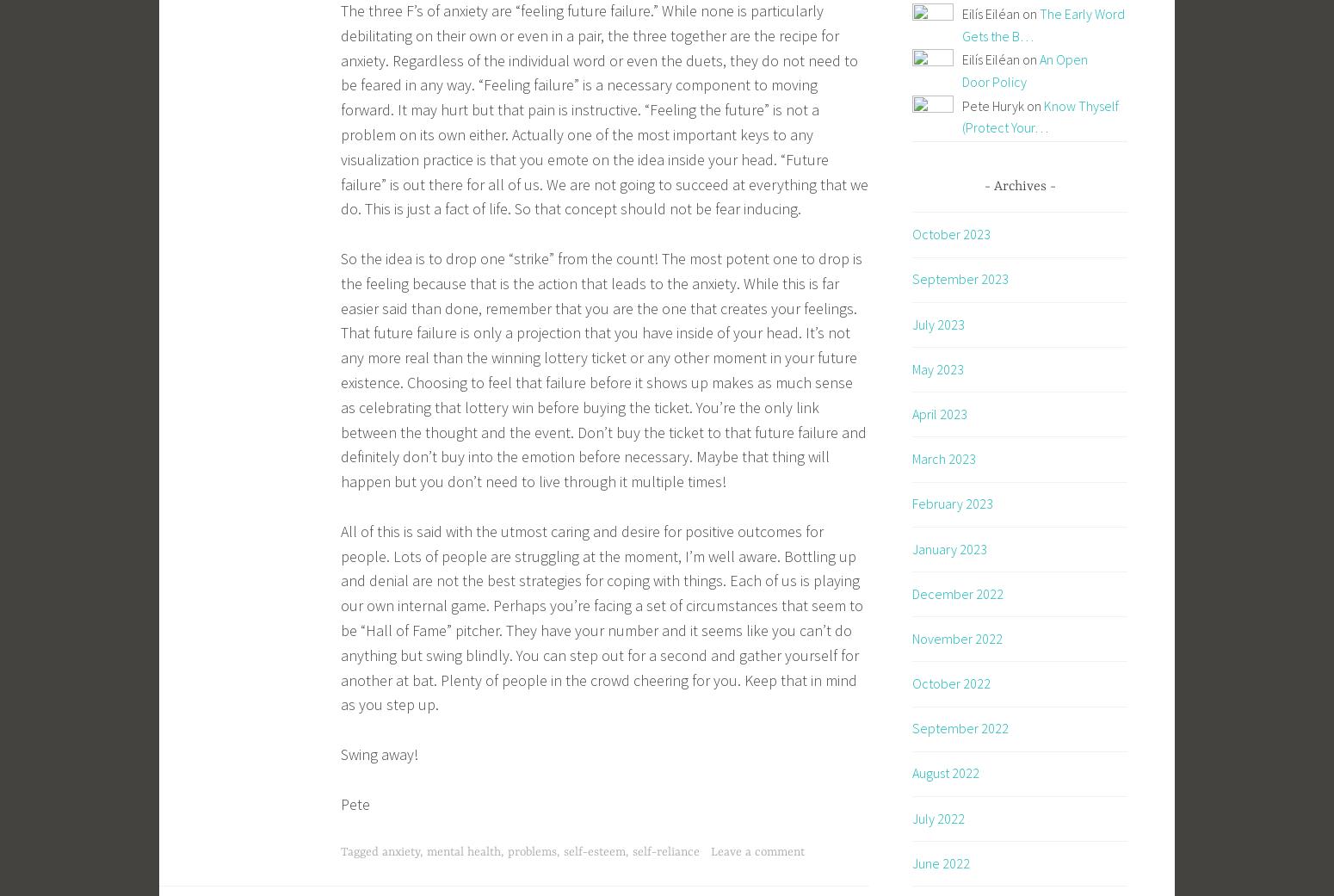 The width and height of the screenshot is (1334, 896). What do you see at coordinates (956, 637) in the screenshot?
I see `'November 2022'` at bounding box center [956, 637].